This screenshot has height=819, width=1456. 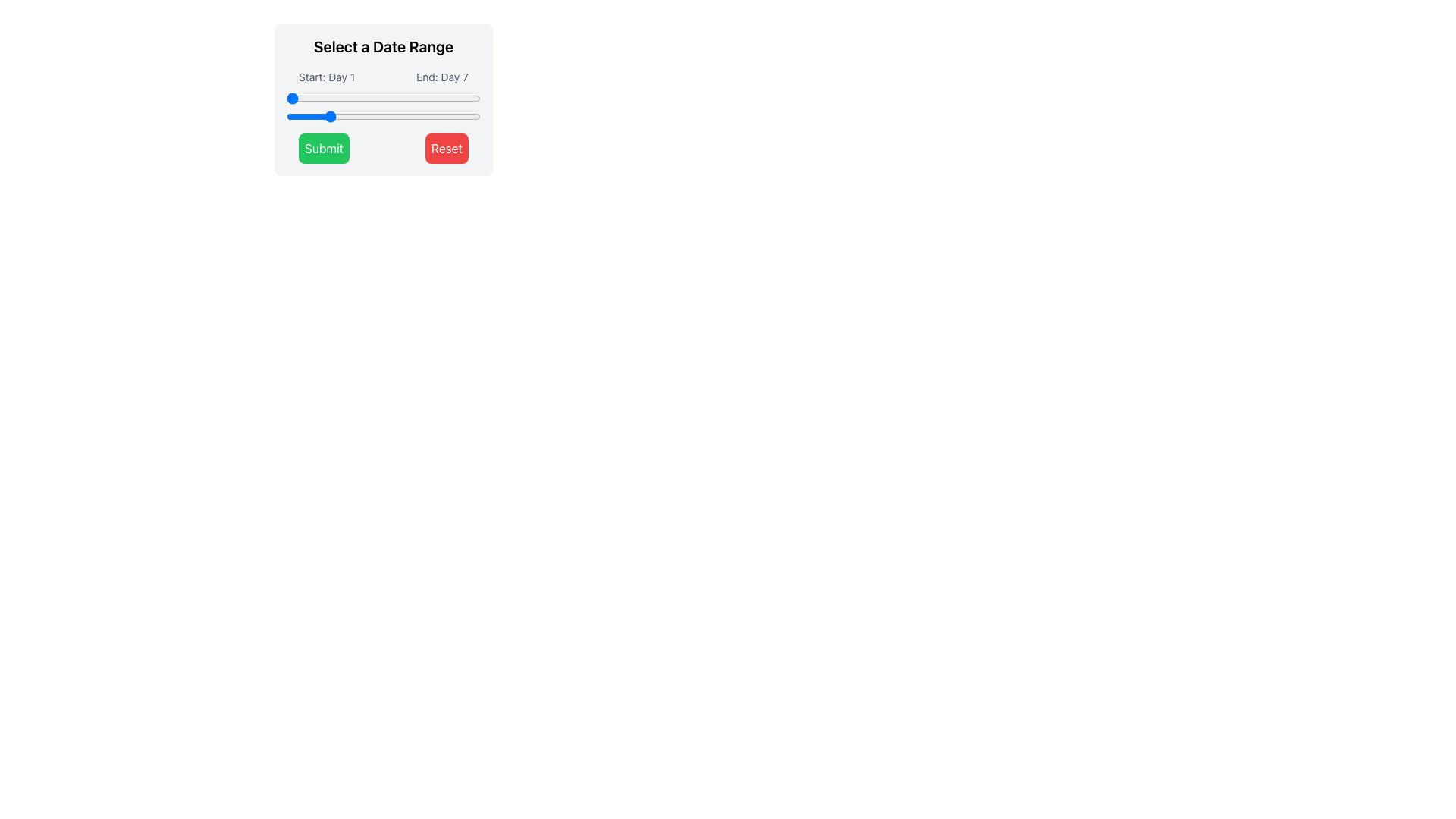 I want to click on text displayed in the Text Label that reads 'End: Day 7', located in the upper-right portion of the 'Select a Date Range' section, so click(x=441, y=77).